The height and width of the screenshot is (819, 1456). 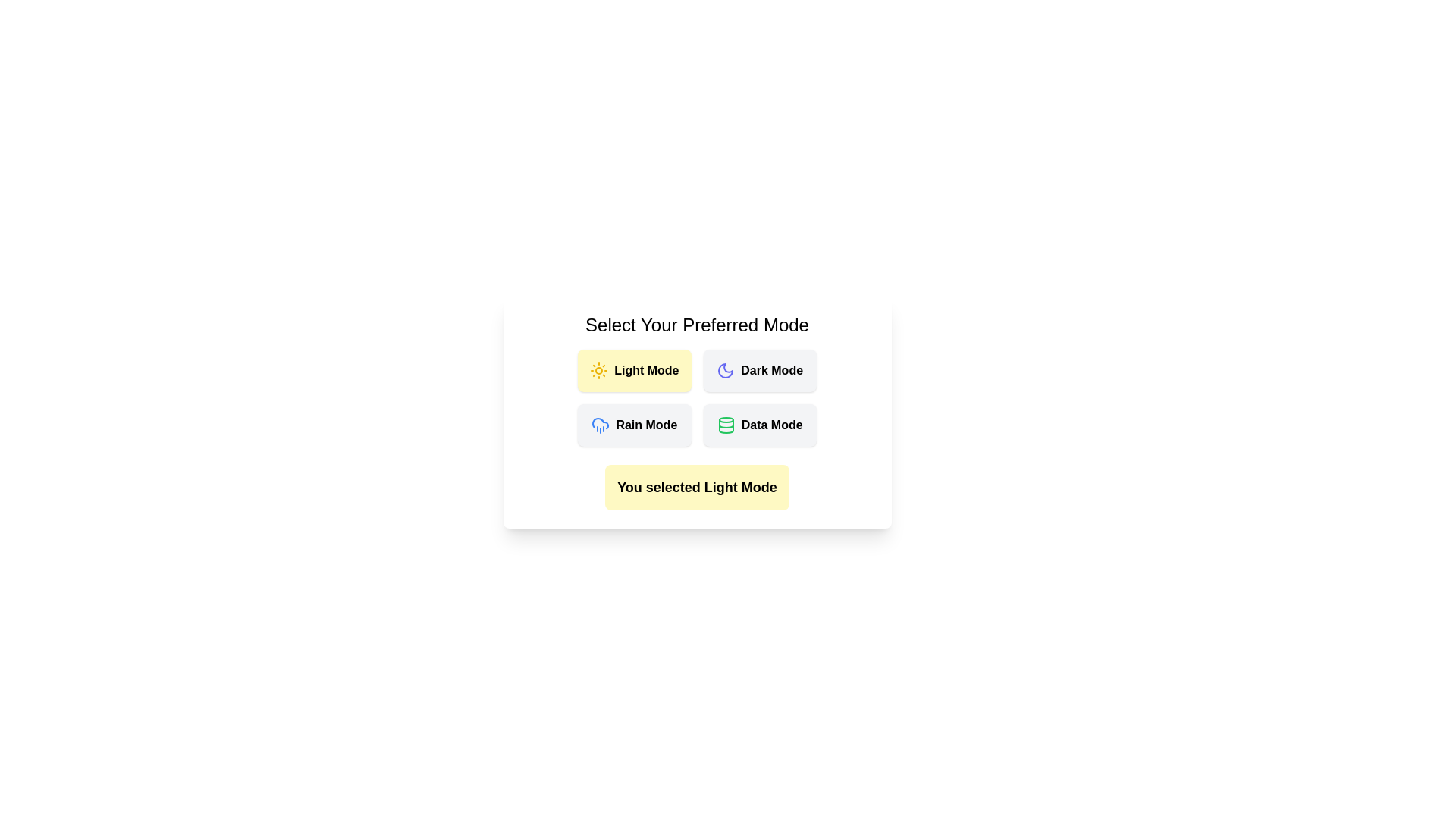 I want to click on the 'Data Mode' button, which is a rounded rectangle with a light gray background and a green database icon, located in the bottom-right position of a 2x2 grid, so click(x=760, y=425).